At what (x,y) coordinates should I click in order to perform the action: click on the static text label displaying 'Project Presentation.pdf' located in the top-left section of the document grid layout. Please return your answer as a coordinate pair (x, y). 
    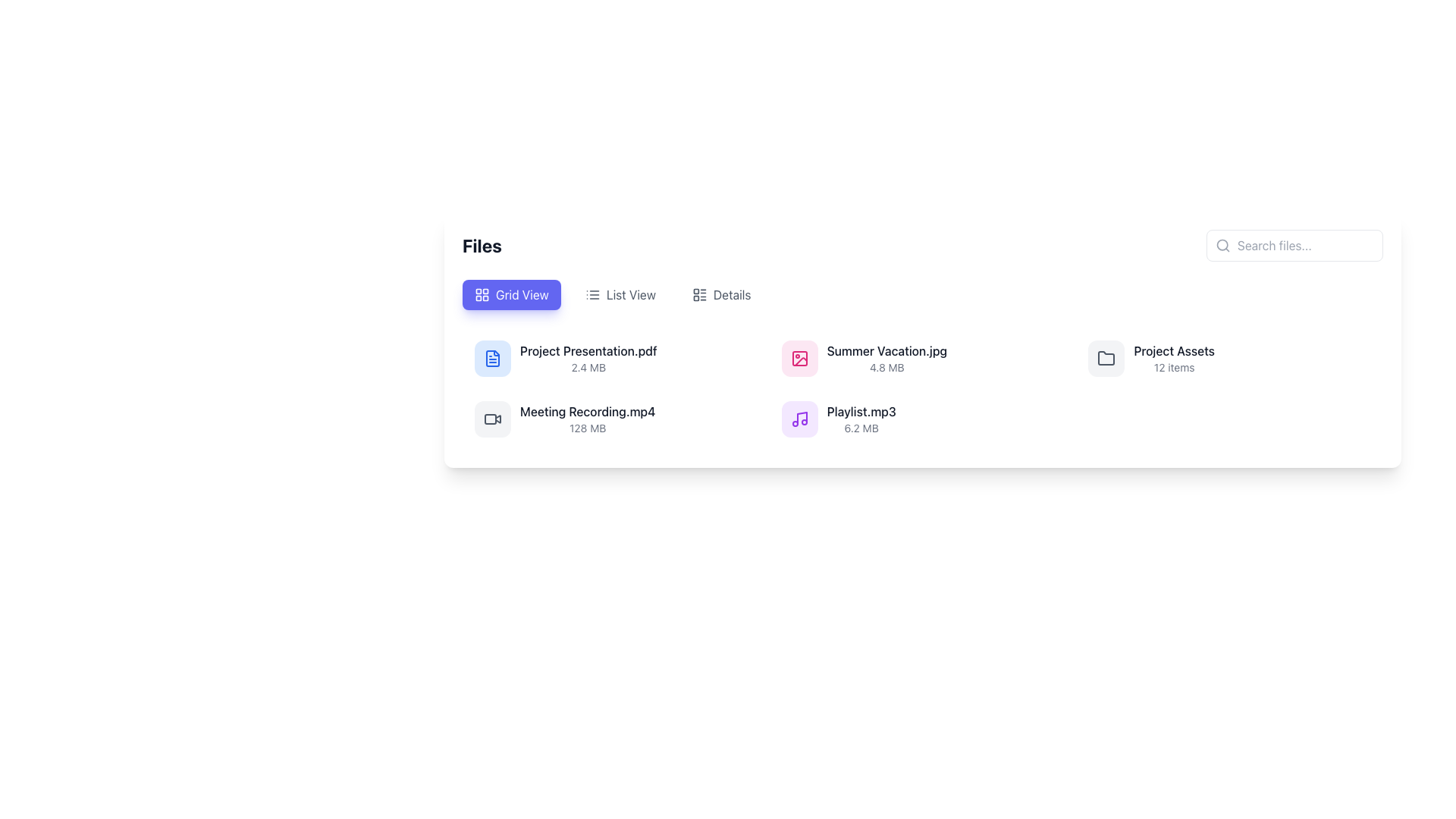
    Looking at the image, I should click on (588, 350).